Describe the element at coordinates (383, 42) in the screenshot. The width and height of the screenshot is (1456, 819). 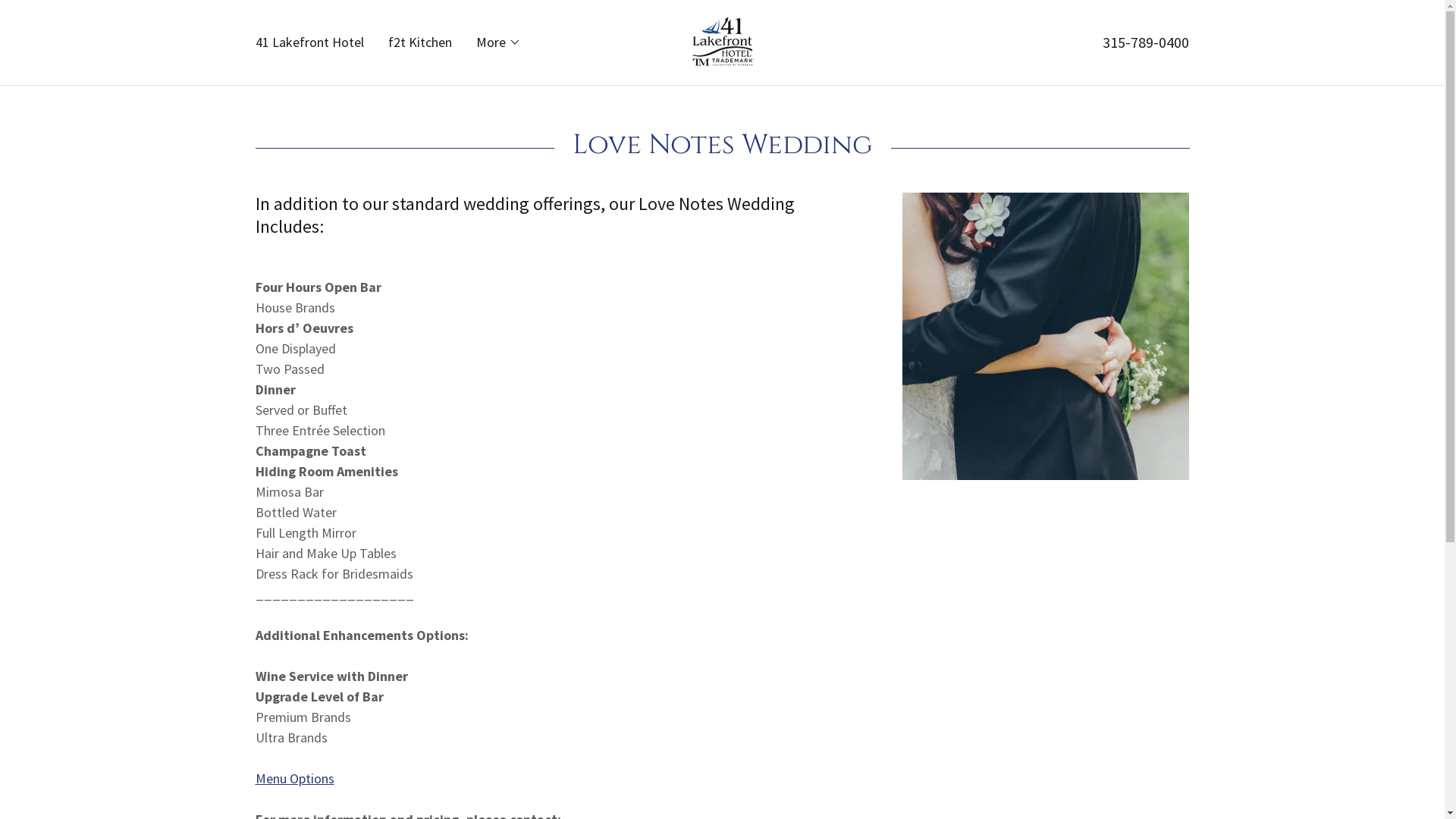
I see `'f2t Kitchen'` at that location.